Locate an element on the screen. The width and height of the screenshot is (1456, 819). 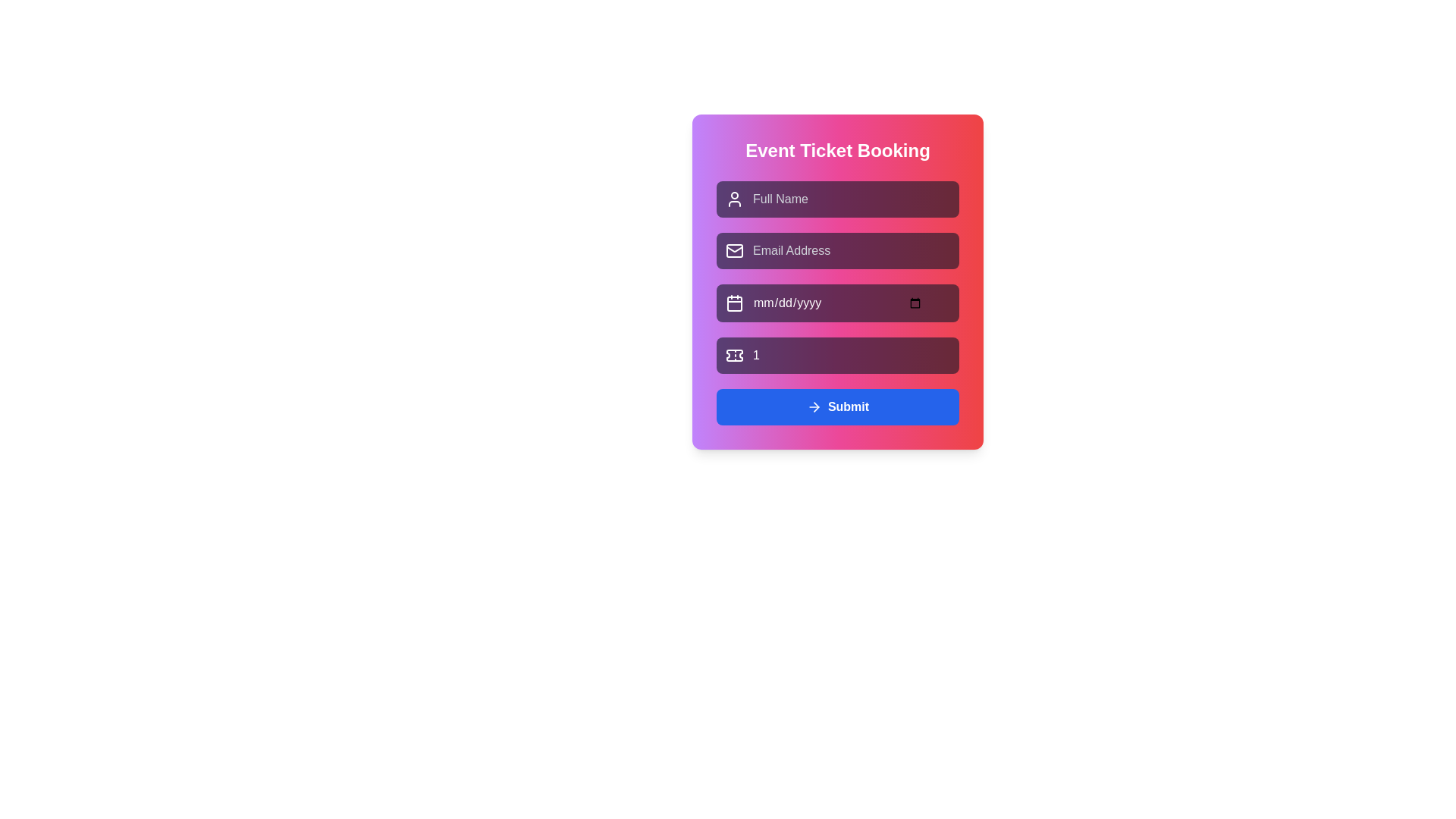
the envelope icon located to the left of the 'Email Address' input field in the 'Event Ticket Booking' form, which visually represents the email concept is located at coordinates (735, 250).